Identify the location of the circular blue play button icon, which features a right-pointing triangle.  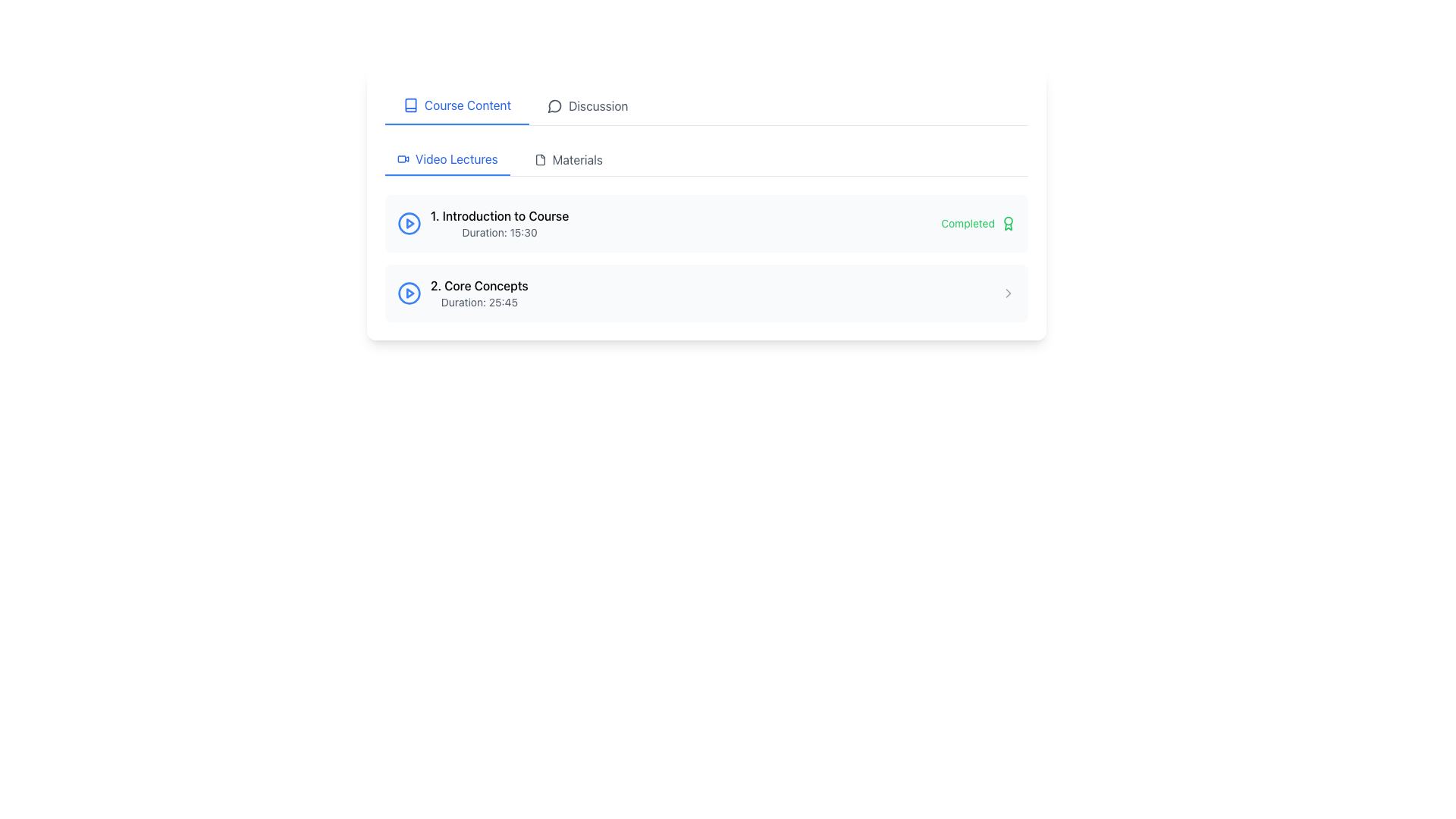
(409, 223).